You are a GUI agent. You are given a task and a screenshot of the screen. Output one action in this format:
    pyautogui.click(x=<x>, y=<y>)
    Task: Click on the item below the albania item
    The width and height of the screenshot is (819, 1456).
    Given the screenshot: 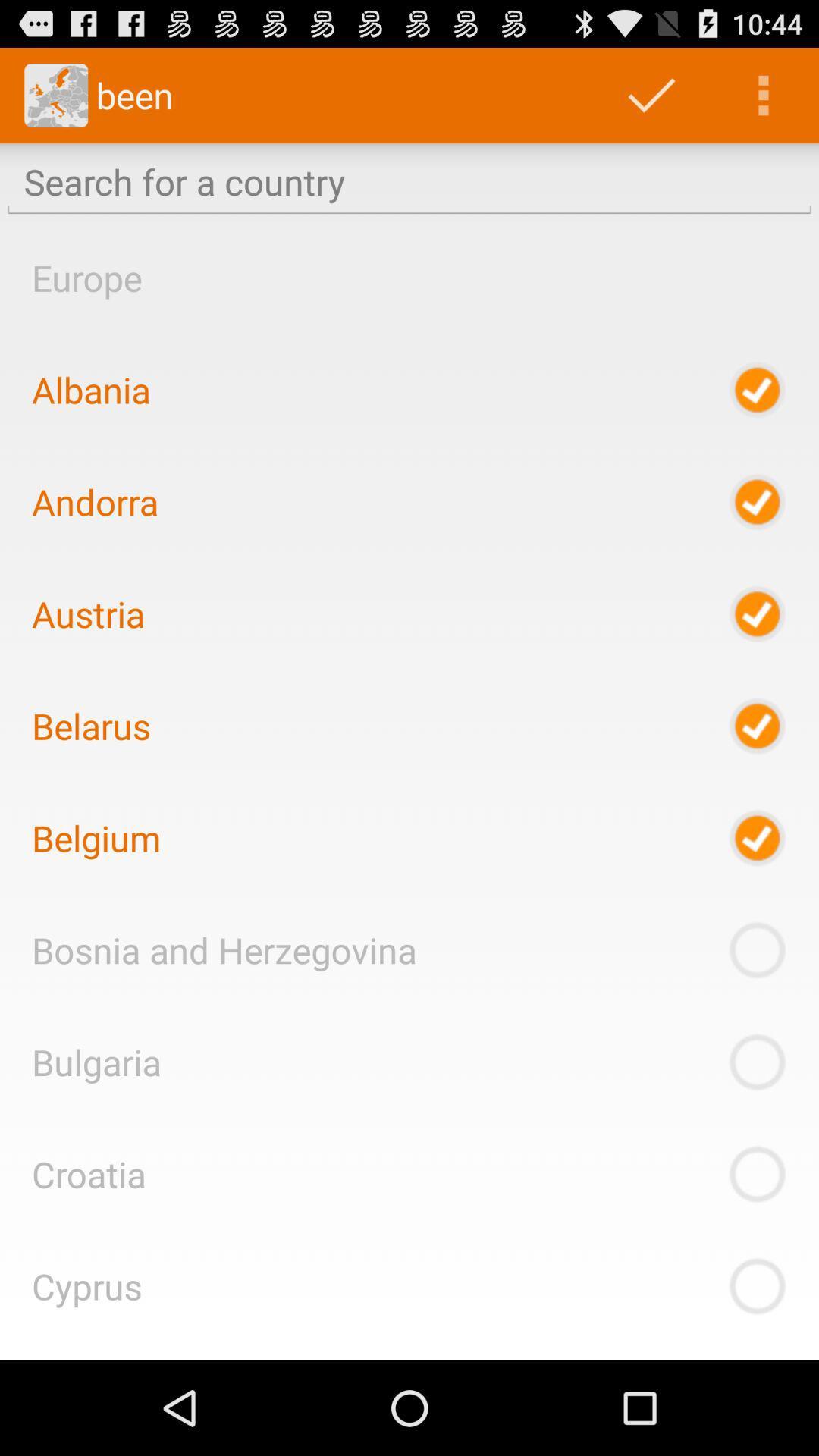 What is the action you would take?
    pyautogui.click(x=95, y=501)
    